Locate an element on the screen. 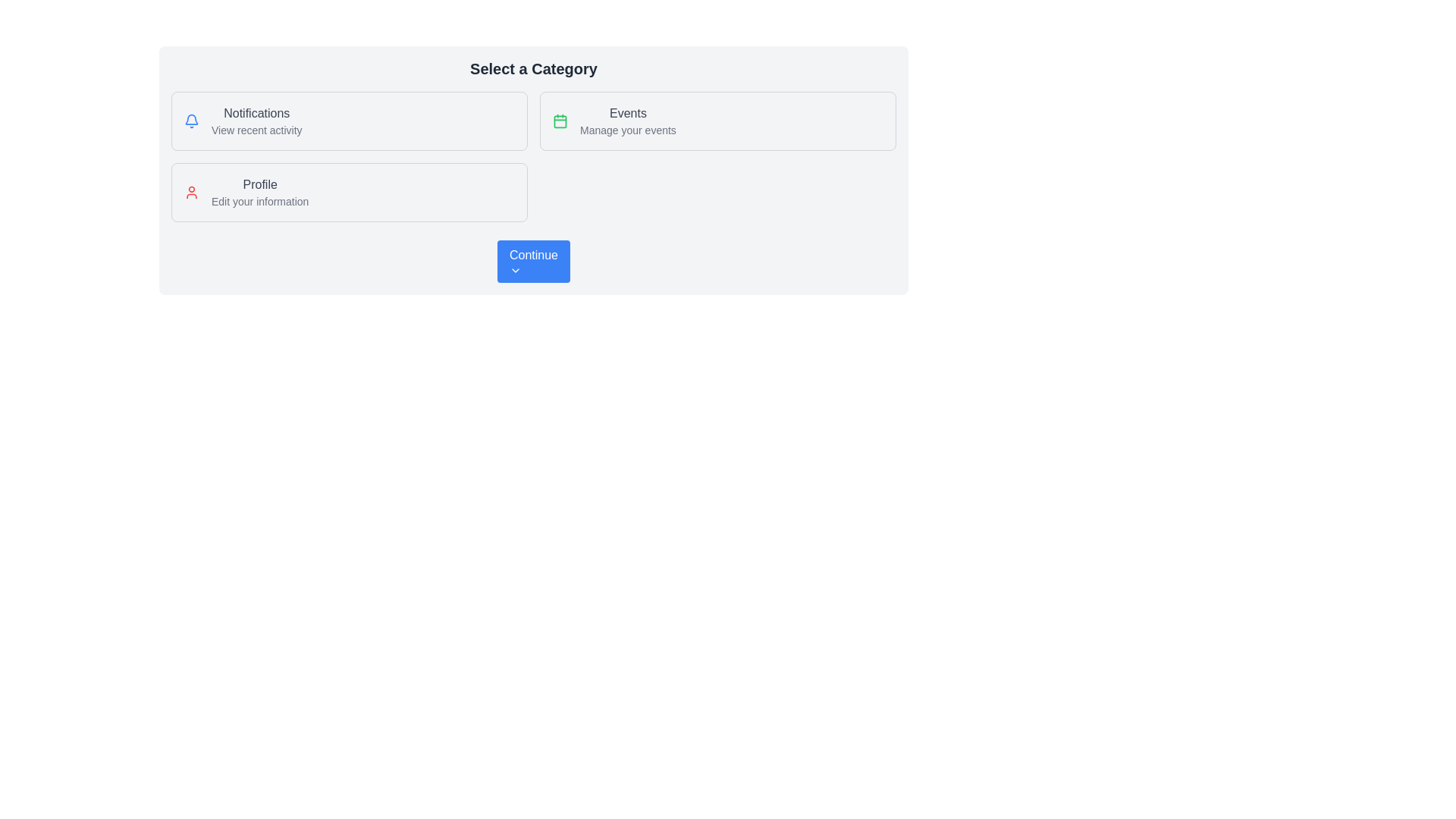  the button with a dropdown indicator located at the bottom center of the 'Select a Category' section is located at coordinates (534, 260).